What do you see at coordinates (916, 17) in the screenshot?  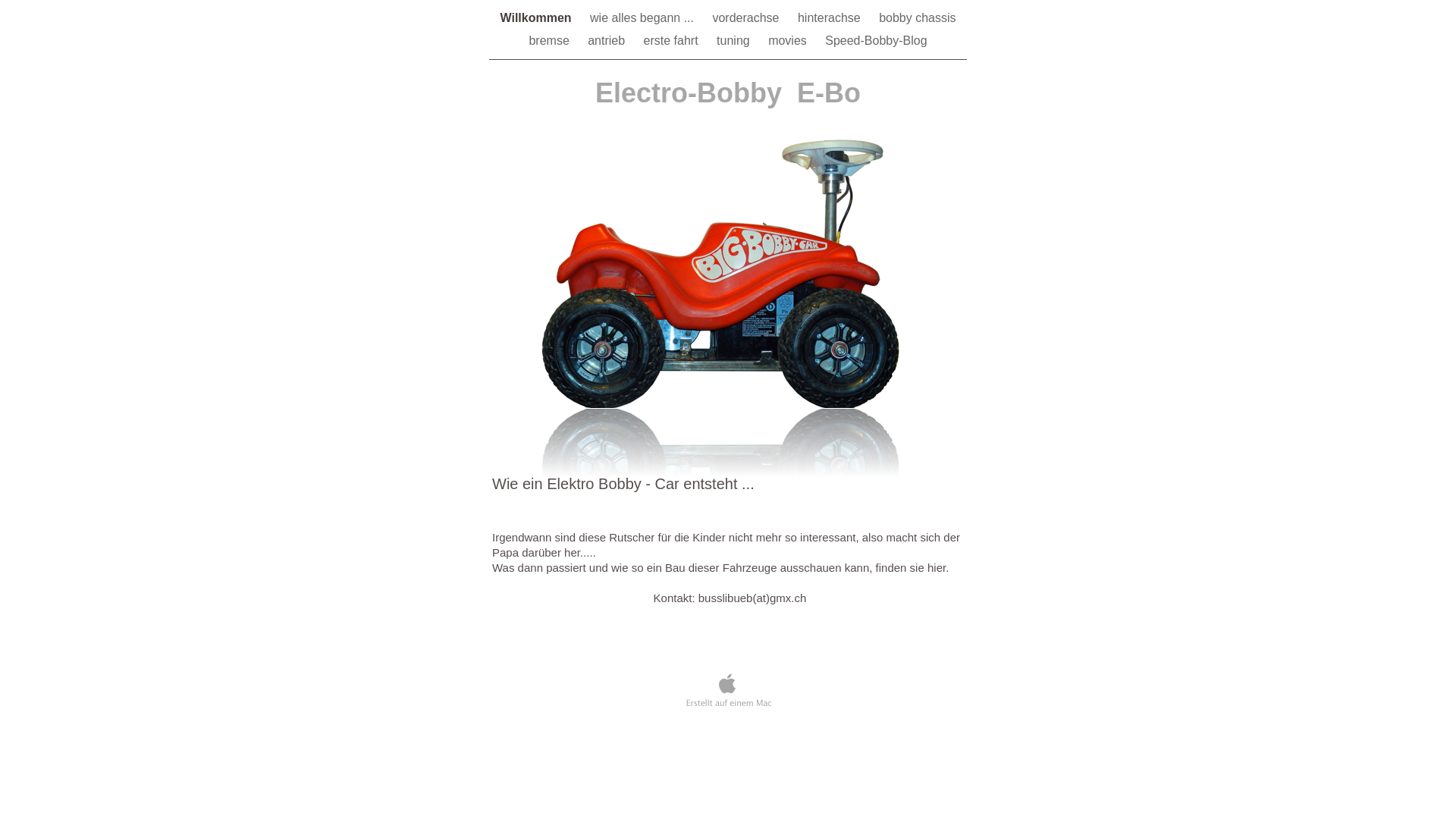 I see `'bobby chassis'` at bounding box center [916, 17].